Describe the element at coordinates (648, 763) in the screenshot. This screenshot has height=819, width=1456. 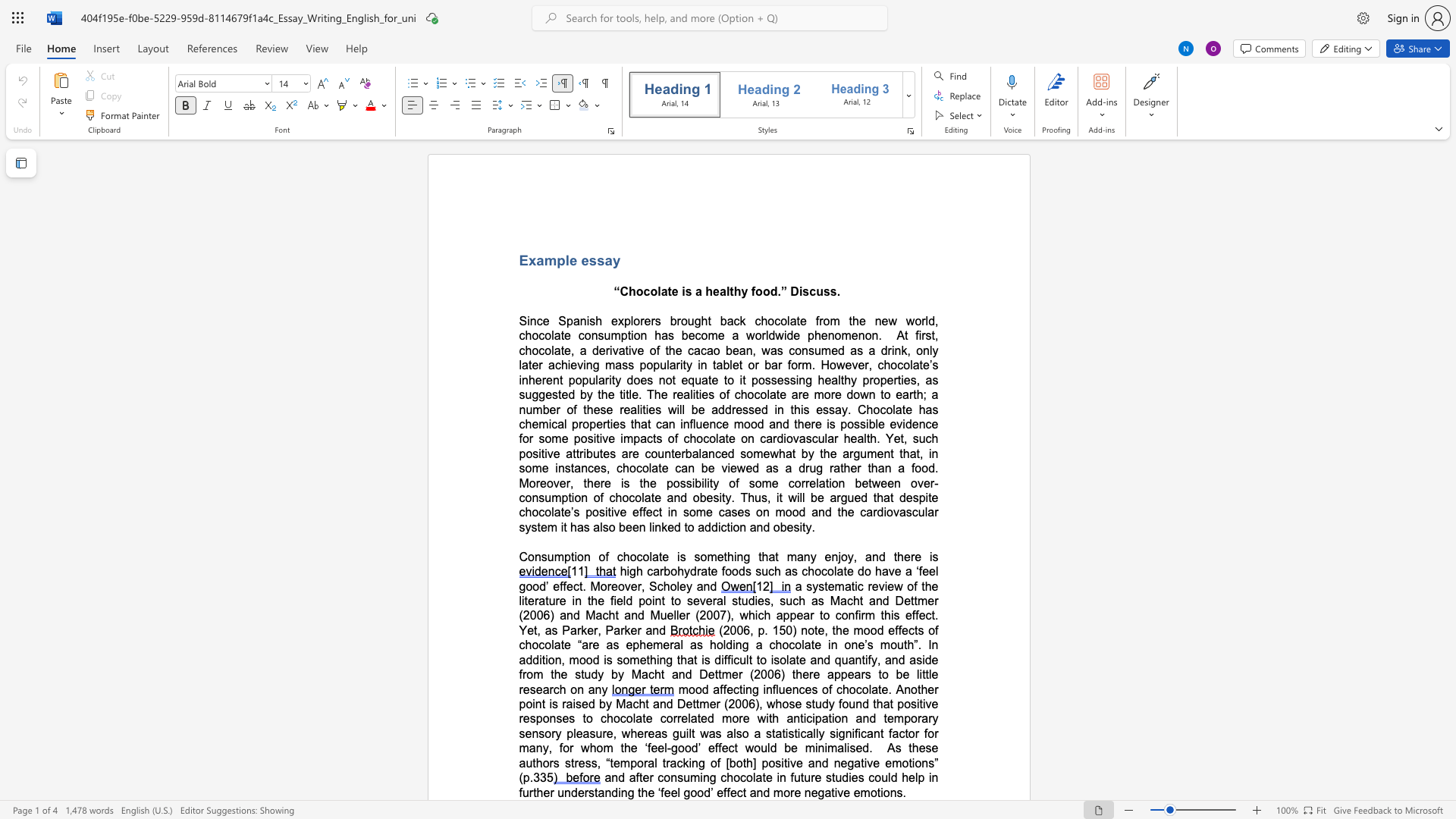
I see `the subset text "al trac" within the text "As these authors stress, “temporal tracking of [both] positive and negative emotions” (p.335"` at that location.